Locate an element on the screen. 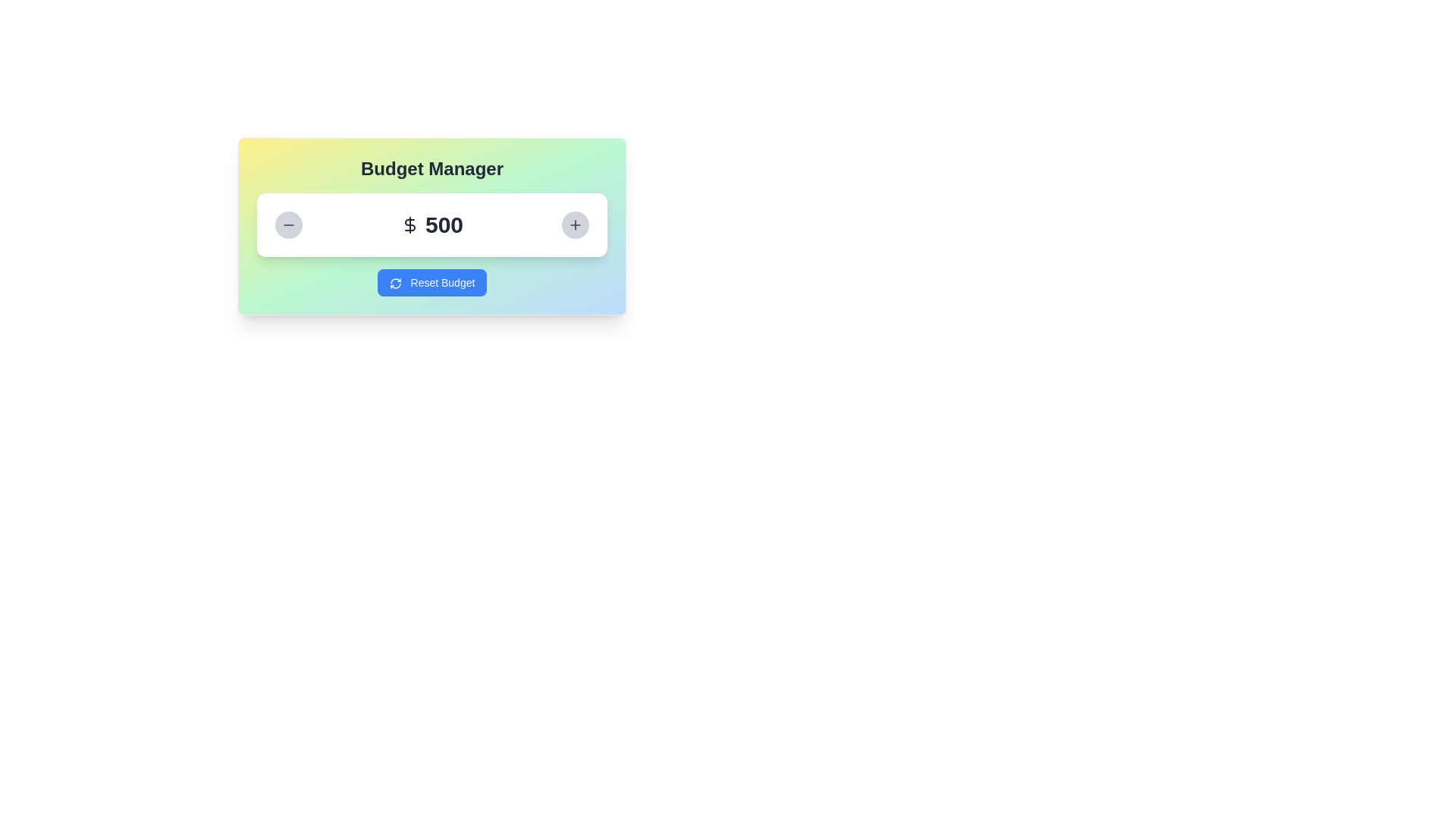 This screenshot has height=819, width=1456. the Text Display with Icon that shows the current budget amount, located between the minus button and plus button in the budget management tool interface is located at coordinates (431, 225).